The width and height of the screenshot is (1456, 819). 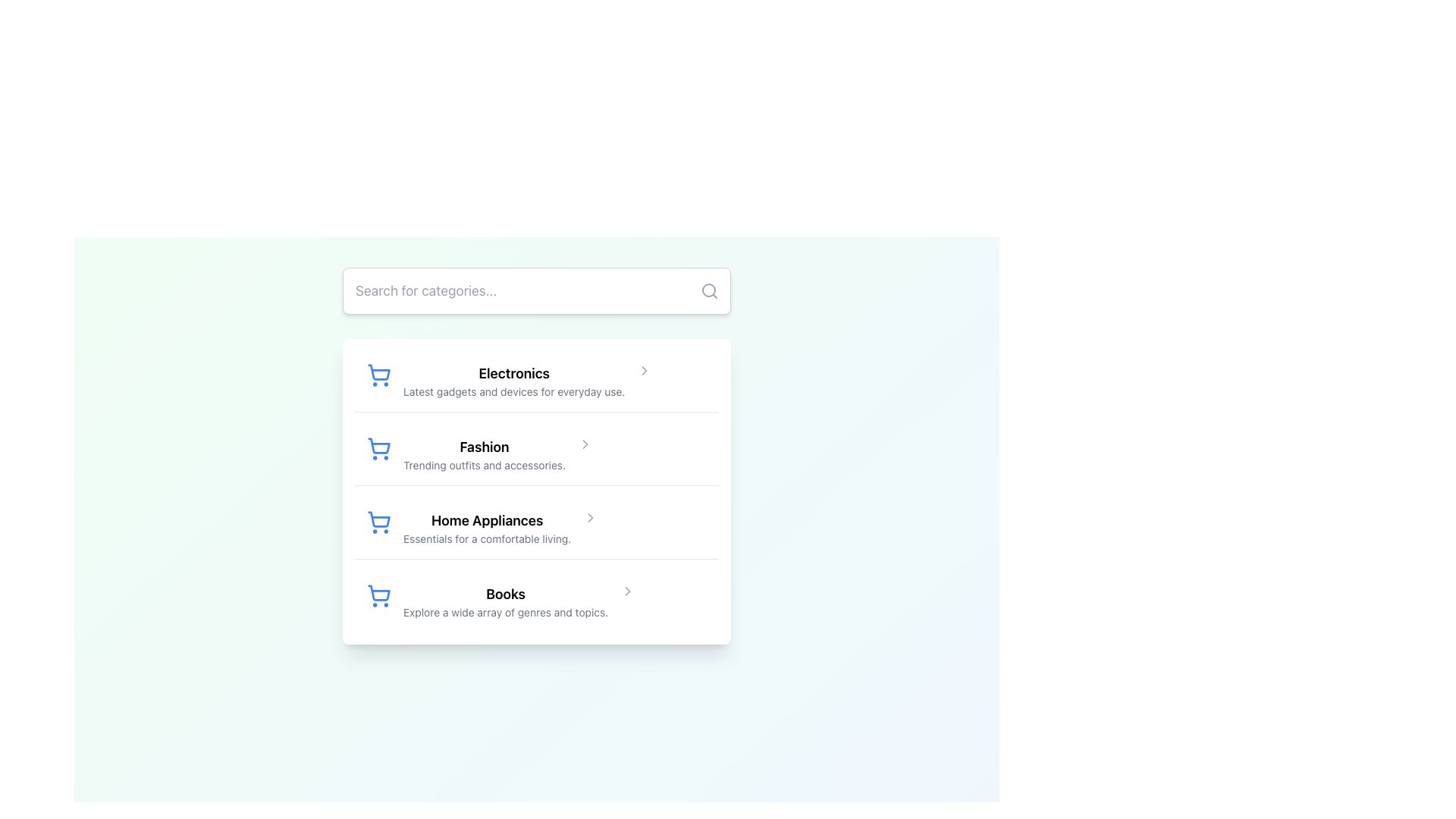 What do you see at coordinates (628, 590) in the screenshot?
I see `the navigable icon on the far right of the fourth row to redirect to the detailed view for the 'Books' category` at bounding box center [628, 590].